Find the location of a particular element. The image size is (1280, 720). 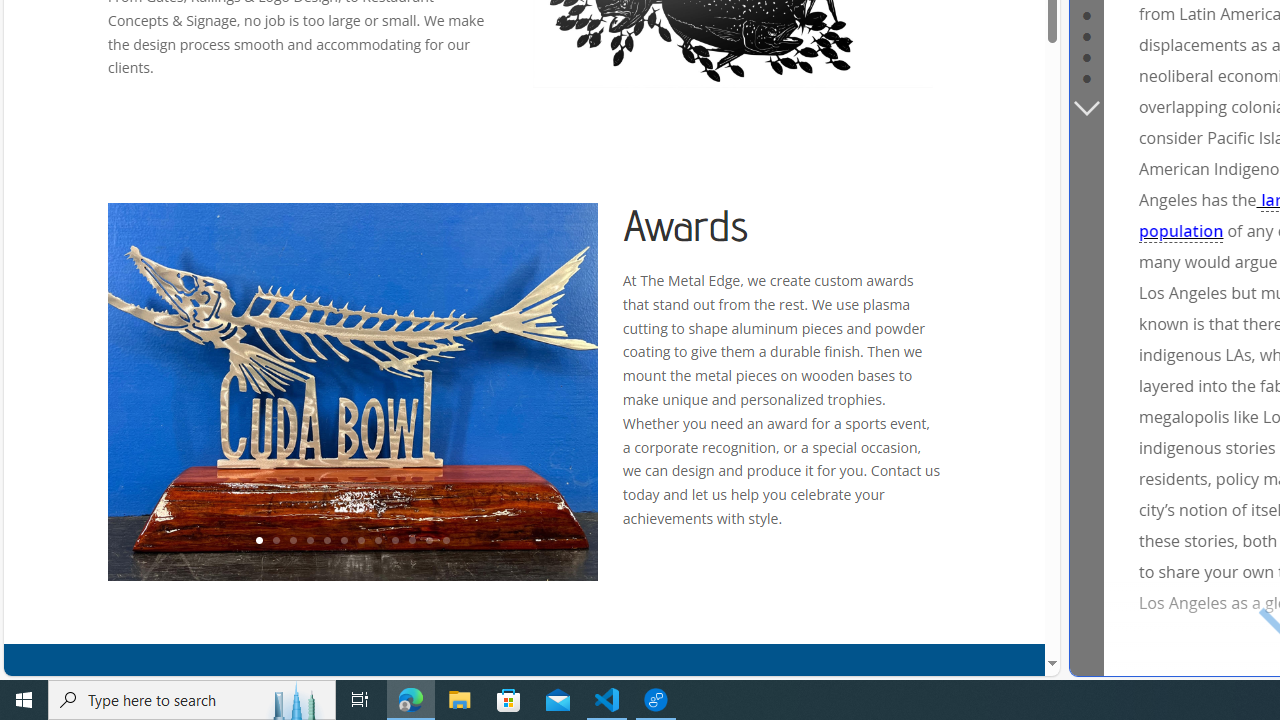

'3' is located at coordinates (292, 541).